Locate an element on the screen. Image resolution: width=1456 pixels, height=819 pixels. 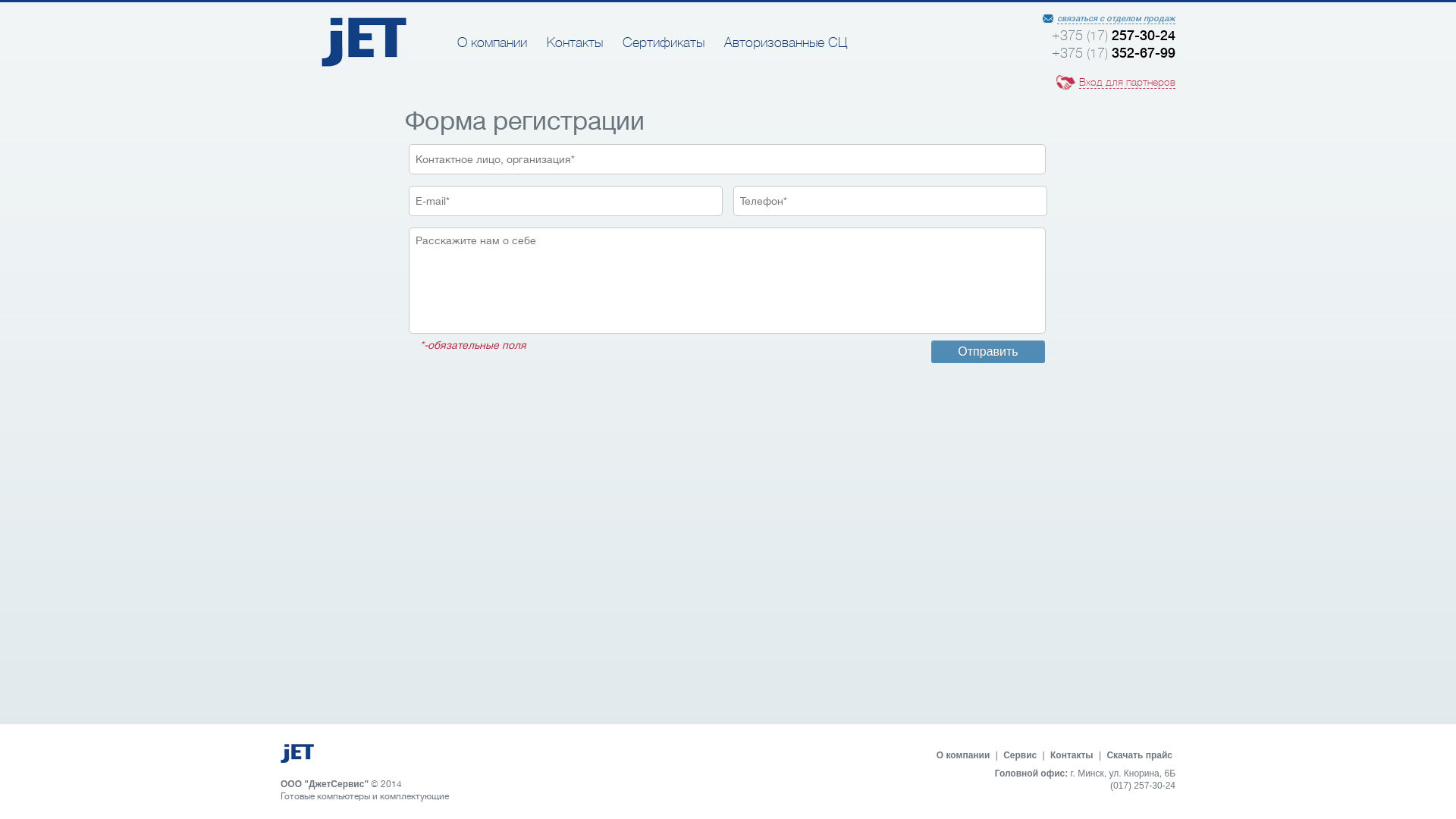
'JET' is located at coordinates (320, 62).